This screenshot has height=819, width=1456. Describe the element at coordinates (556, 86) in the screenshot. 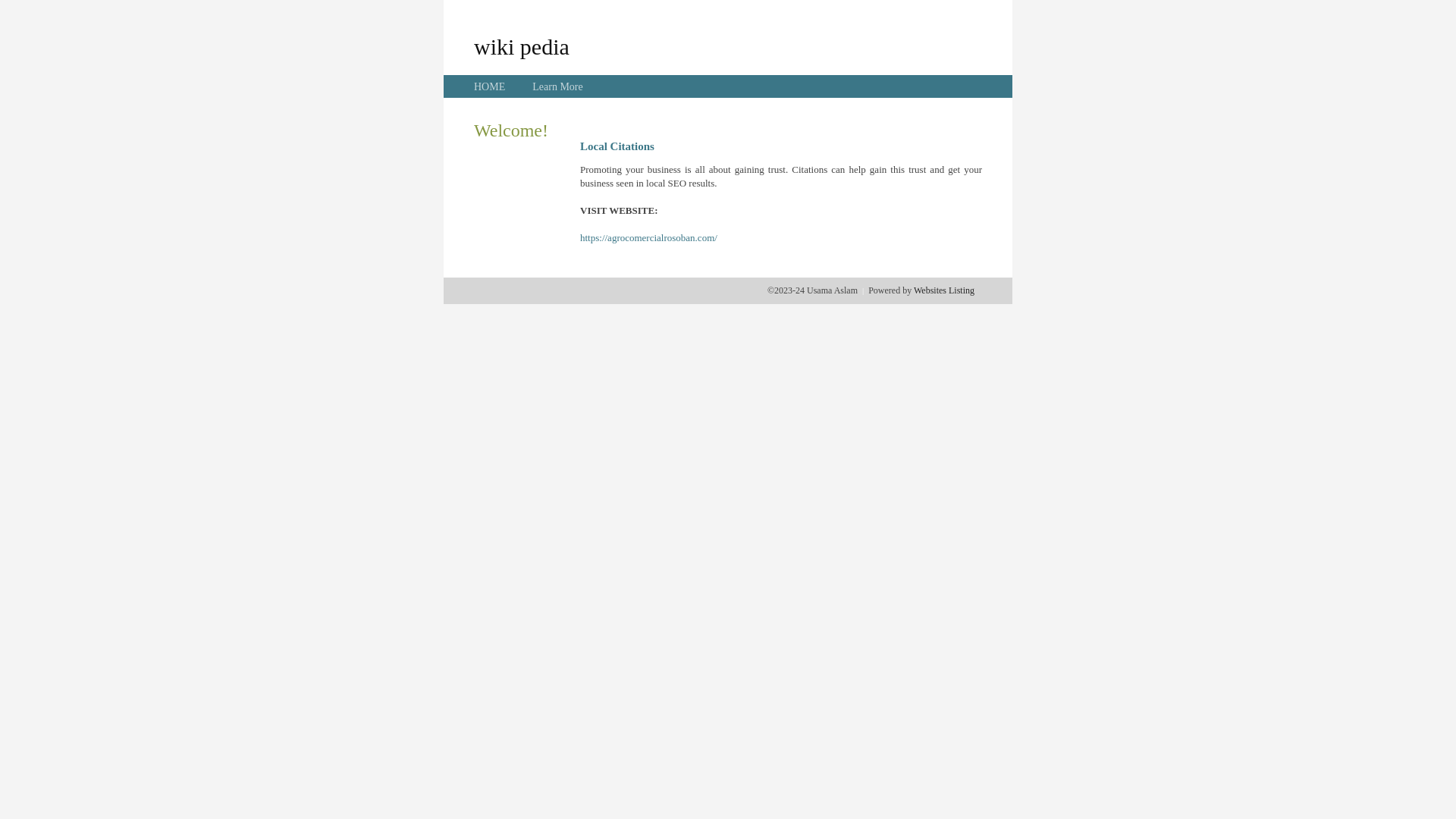

I see `'Learn More'` at that location.